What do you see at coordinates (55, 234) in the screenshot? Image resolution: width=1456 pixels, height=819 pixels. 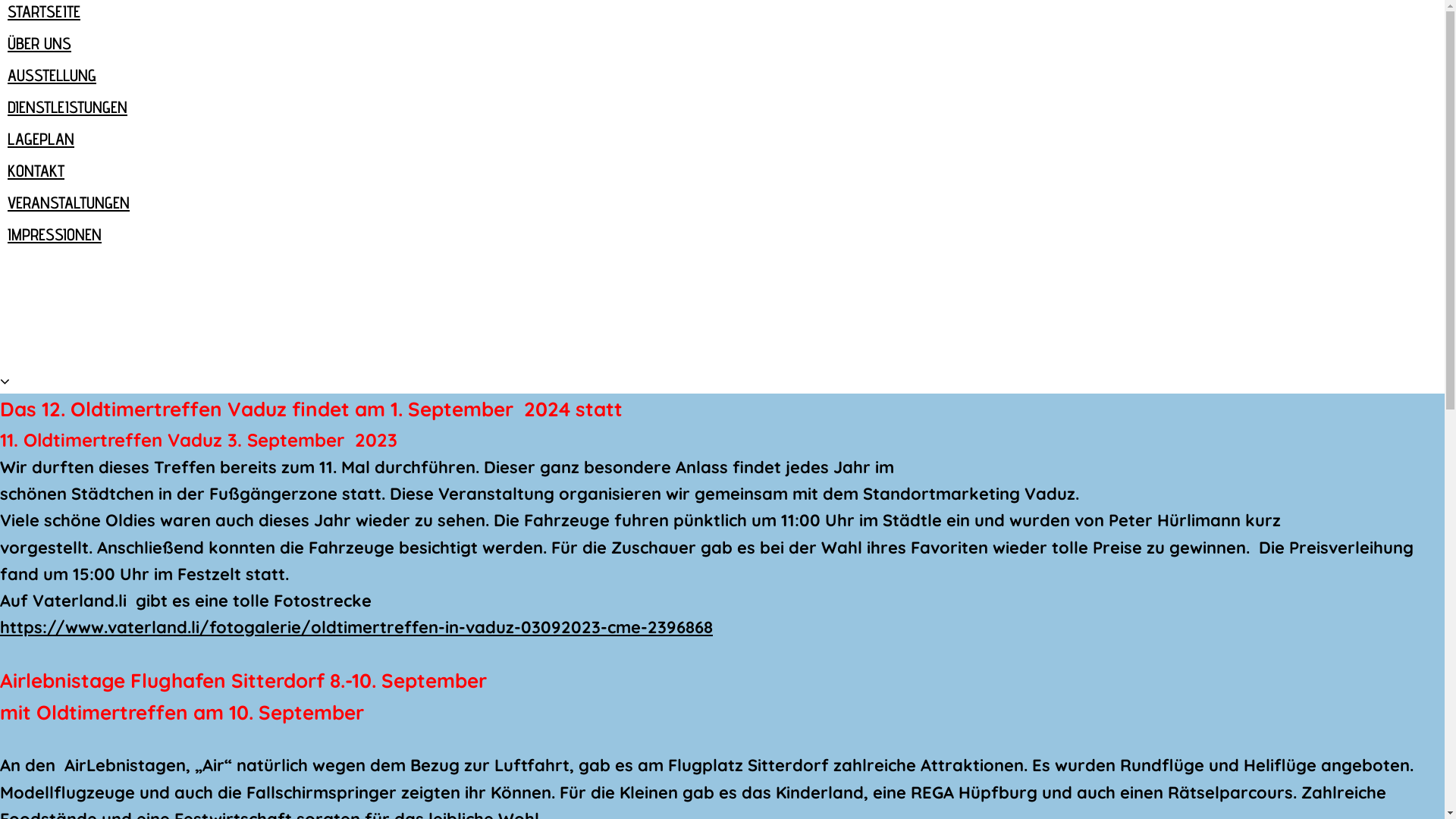 I see `'IMPRESSIONEN'` at bounding box center [55, 234].